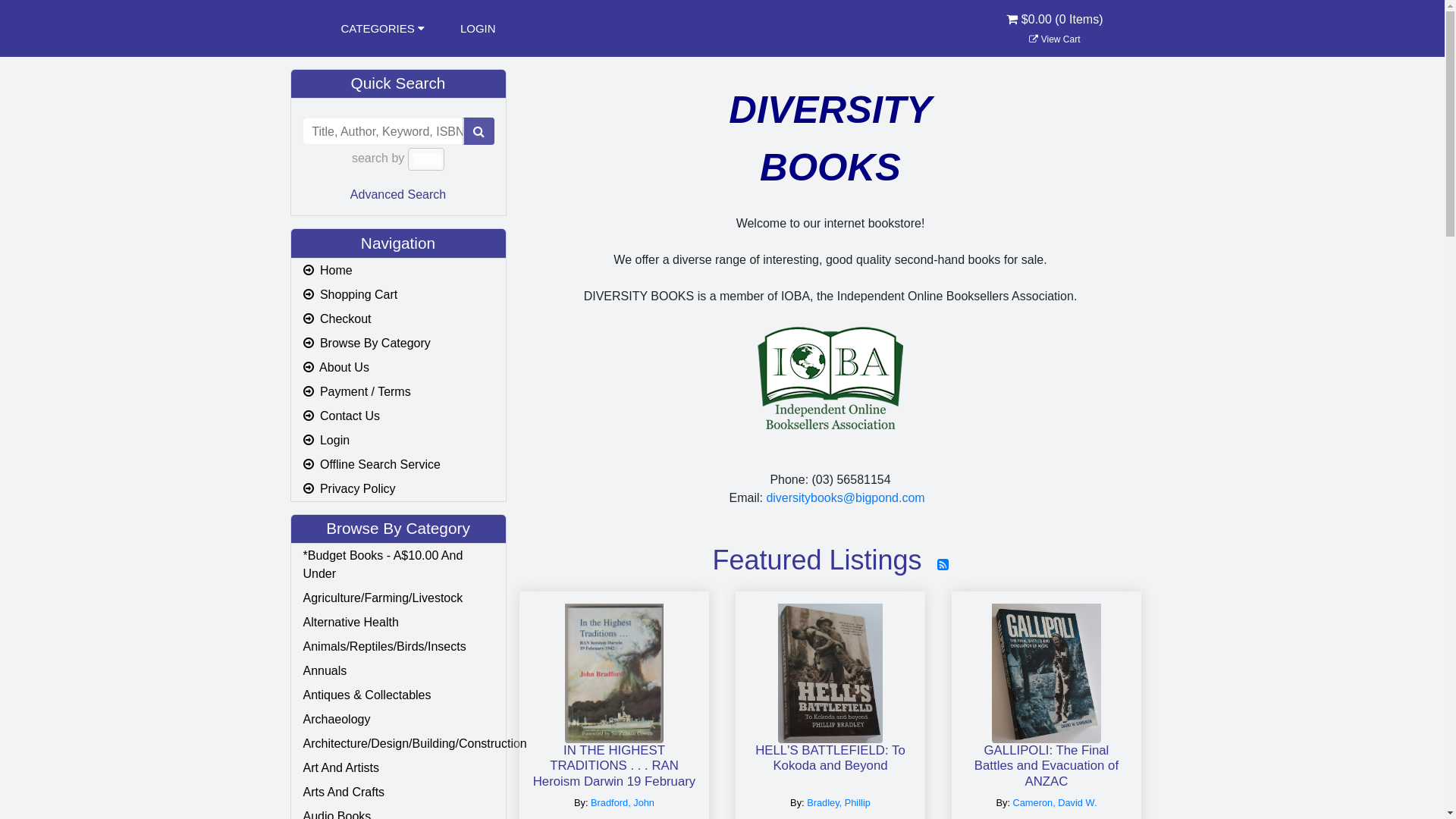  Describe the element at coordinates (942, 564) in the screenshot. I see `'RSS Feed'` at that location.